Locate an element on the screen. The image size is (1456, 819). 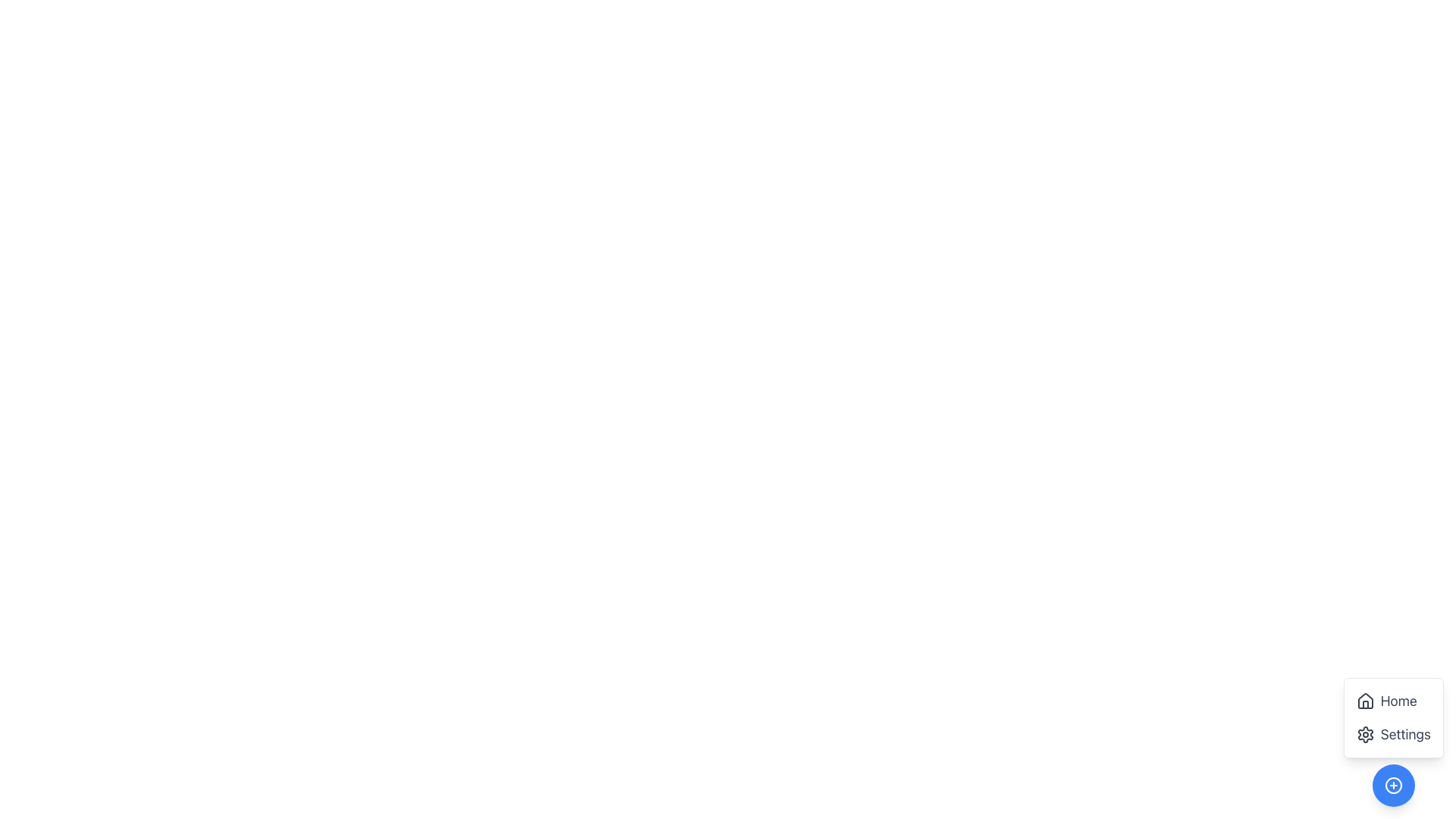
the 'Settings' menu label element, which is displayed in a large gray font and is the second entry is located at coordinates (1404, 733).